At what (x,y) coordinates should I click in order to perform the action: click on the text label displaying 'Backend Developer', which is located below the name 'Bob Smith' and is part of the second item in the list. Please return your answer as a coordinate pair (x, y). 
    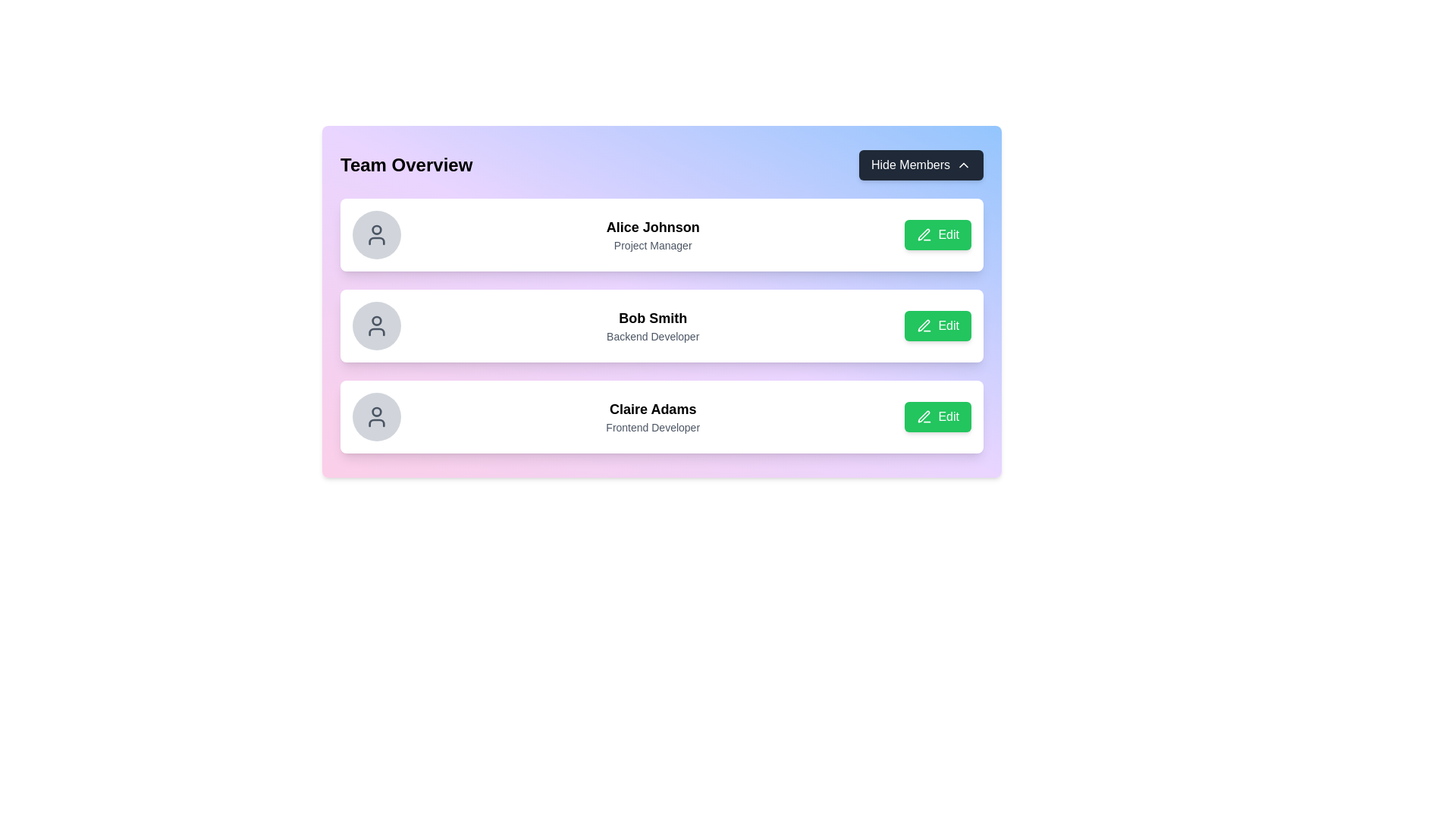
    Looking at the image, I should click on (653, 335).